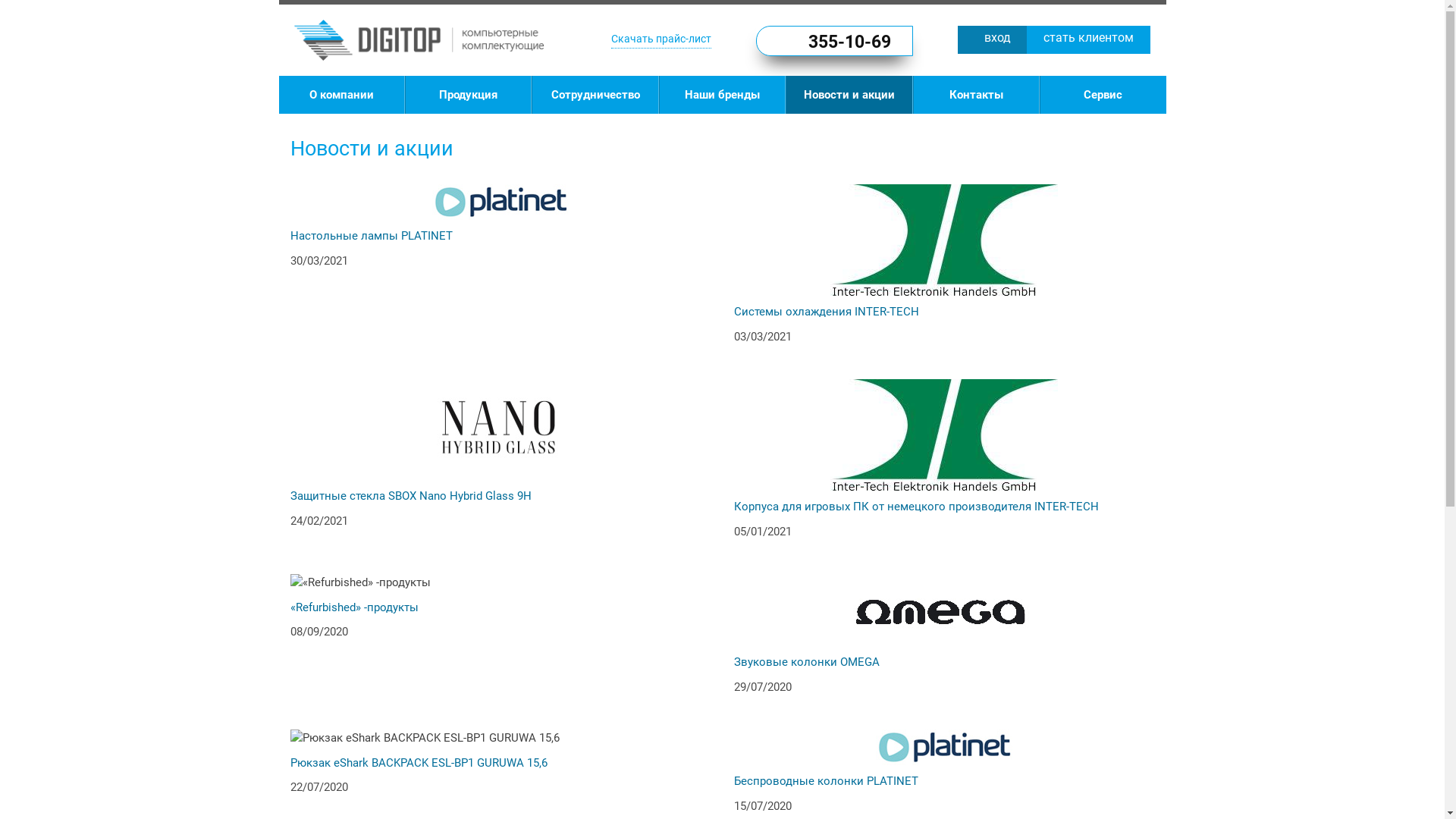  What do you see at coordinates (419, 39) in the screenshot?
I see `'DIGITOP'` at bounding box center [419, 39].